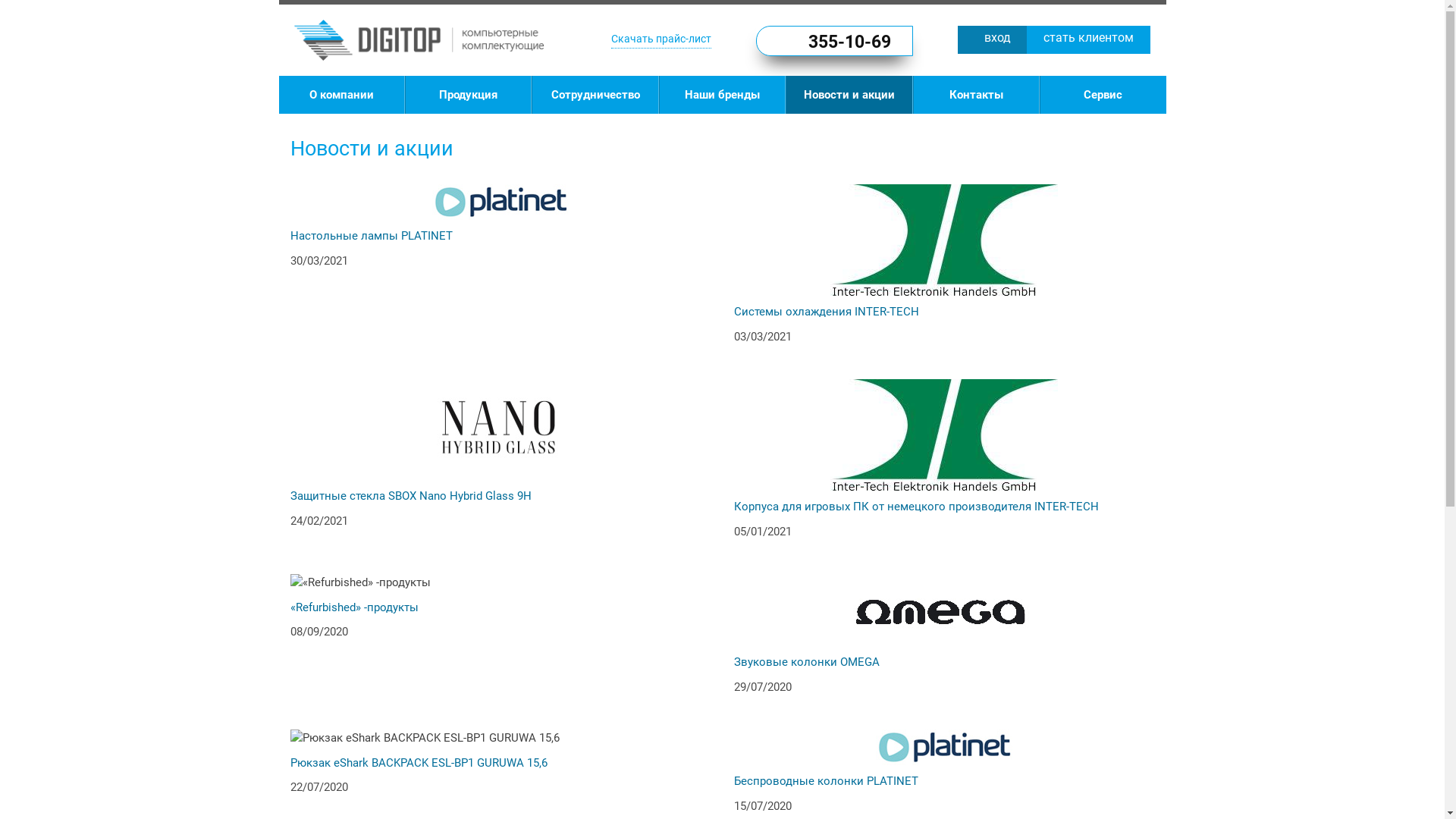  What do you see at coordinates (419, 39) in the screenshot?
I see `'DIGITOP'` at bounding box center [419, 39].